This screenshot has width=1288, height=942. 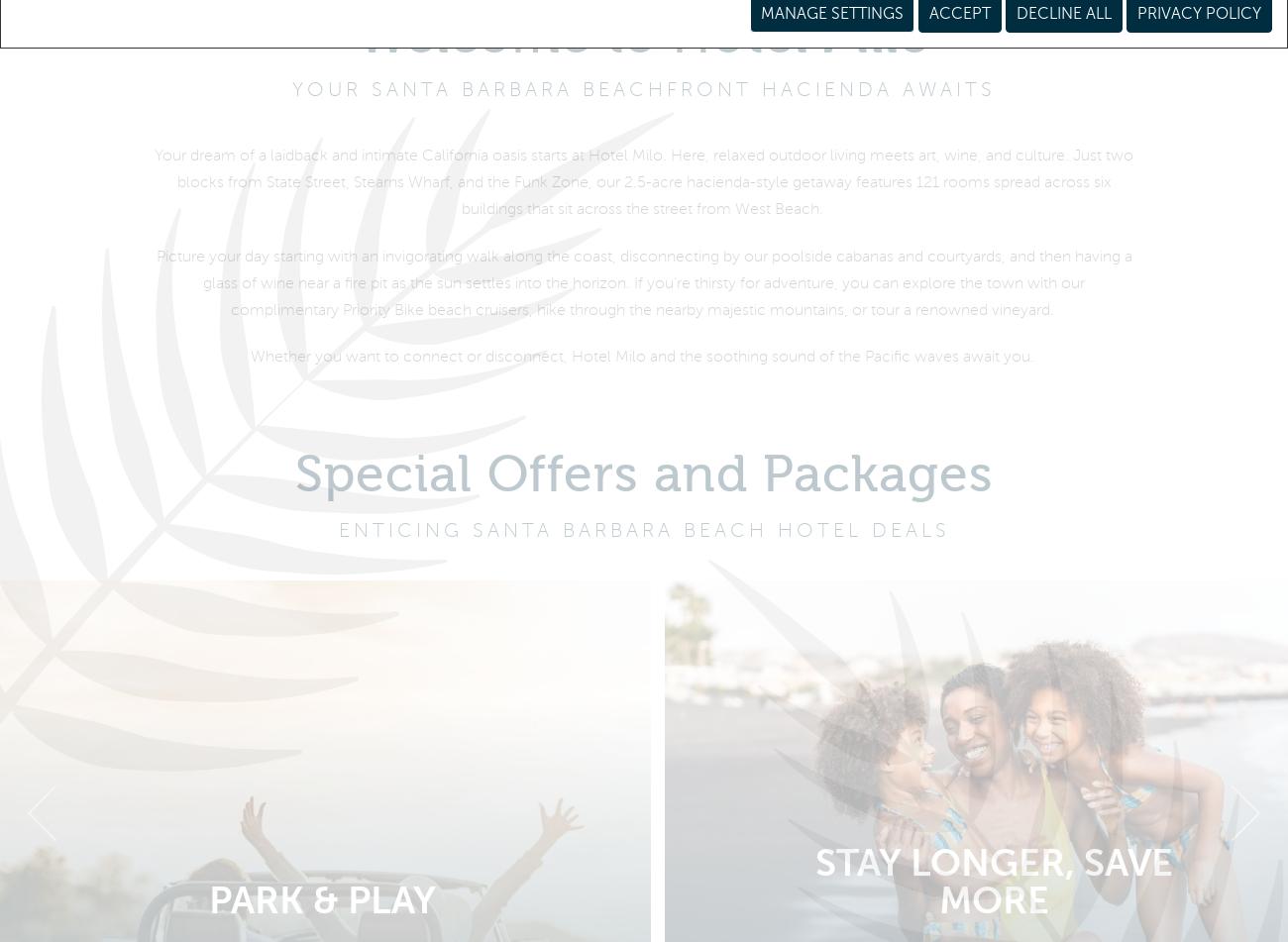 What do you see at coordinates (1198, 12) in the screenshot?
I see `'Privacy Policy'` at bounding box center [1198, 12].